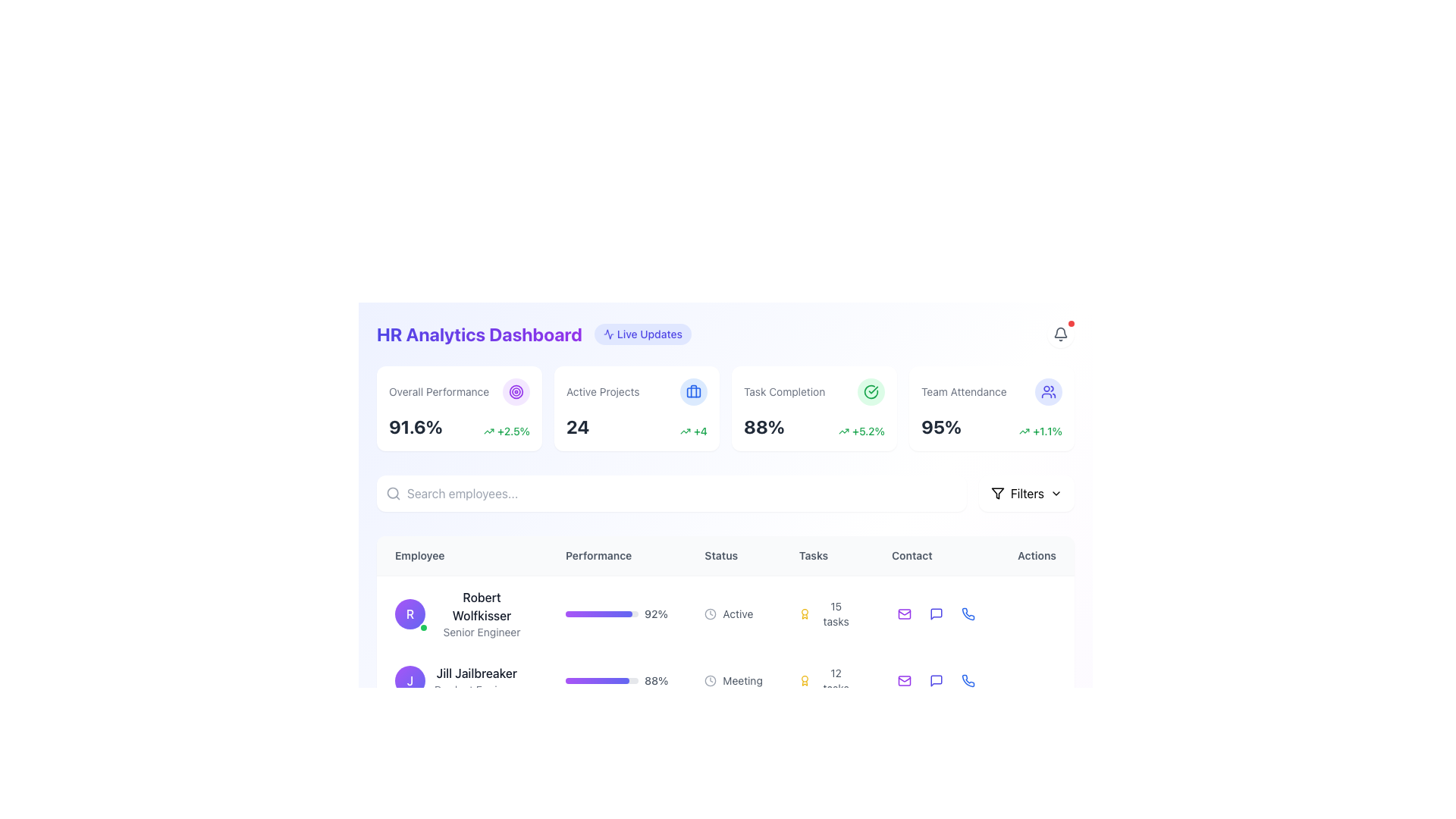 This screenshot has width=1456, height=819. Describe the element at coordinates (461, 680) in the screenshot. I see `employee identifier element for Jill Jailbreaker, which features a circular purple icon with the initial 'J' and two lines of text, by clicking on it` at that location.